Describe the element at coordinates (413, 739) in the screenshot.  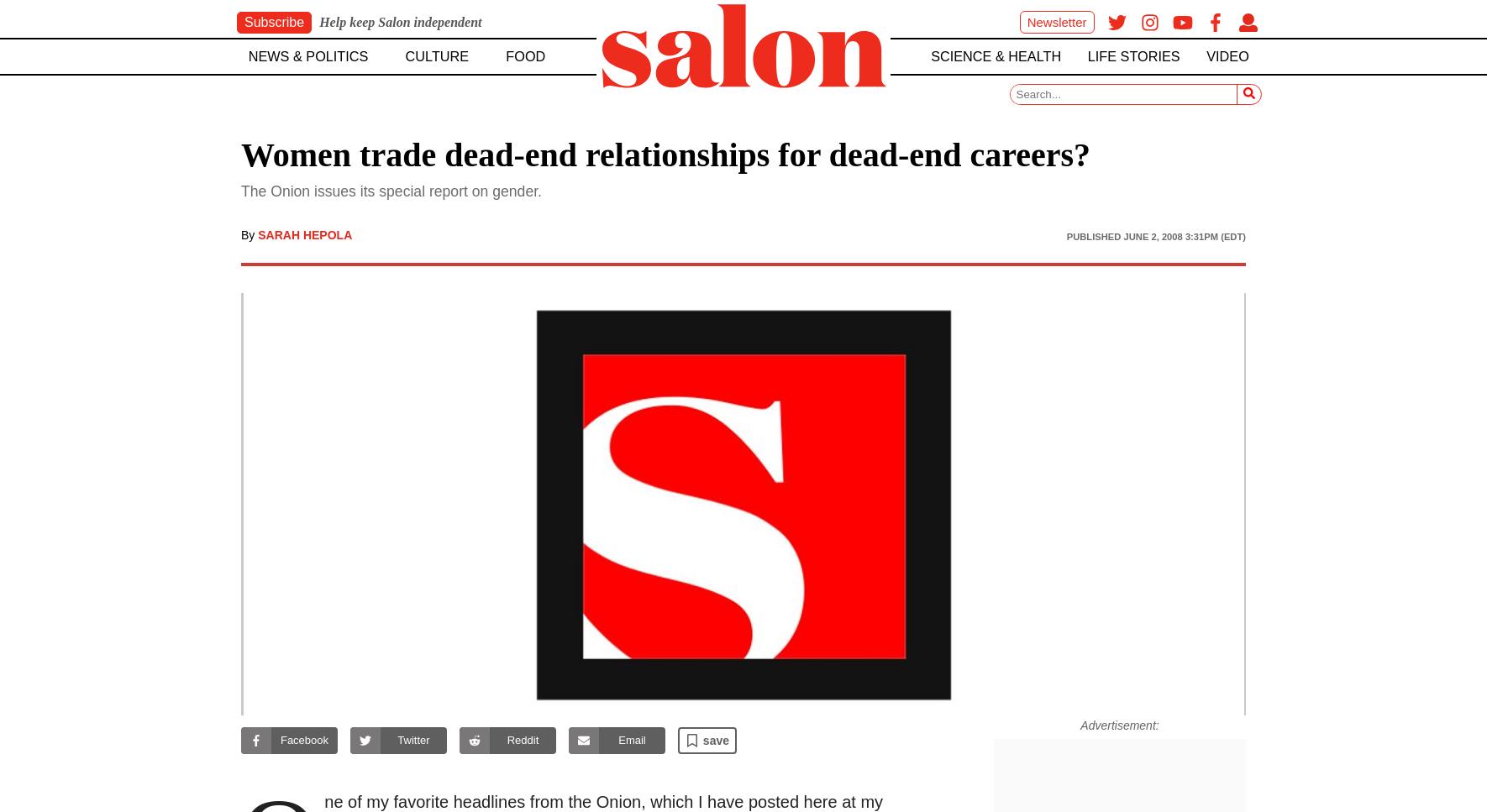
I see `'Twitter'` at that location.